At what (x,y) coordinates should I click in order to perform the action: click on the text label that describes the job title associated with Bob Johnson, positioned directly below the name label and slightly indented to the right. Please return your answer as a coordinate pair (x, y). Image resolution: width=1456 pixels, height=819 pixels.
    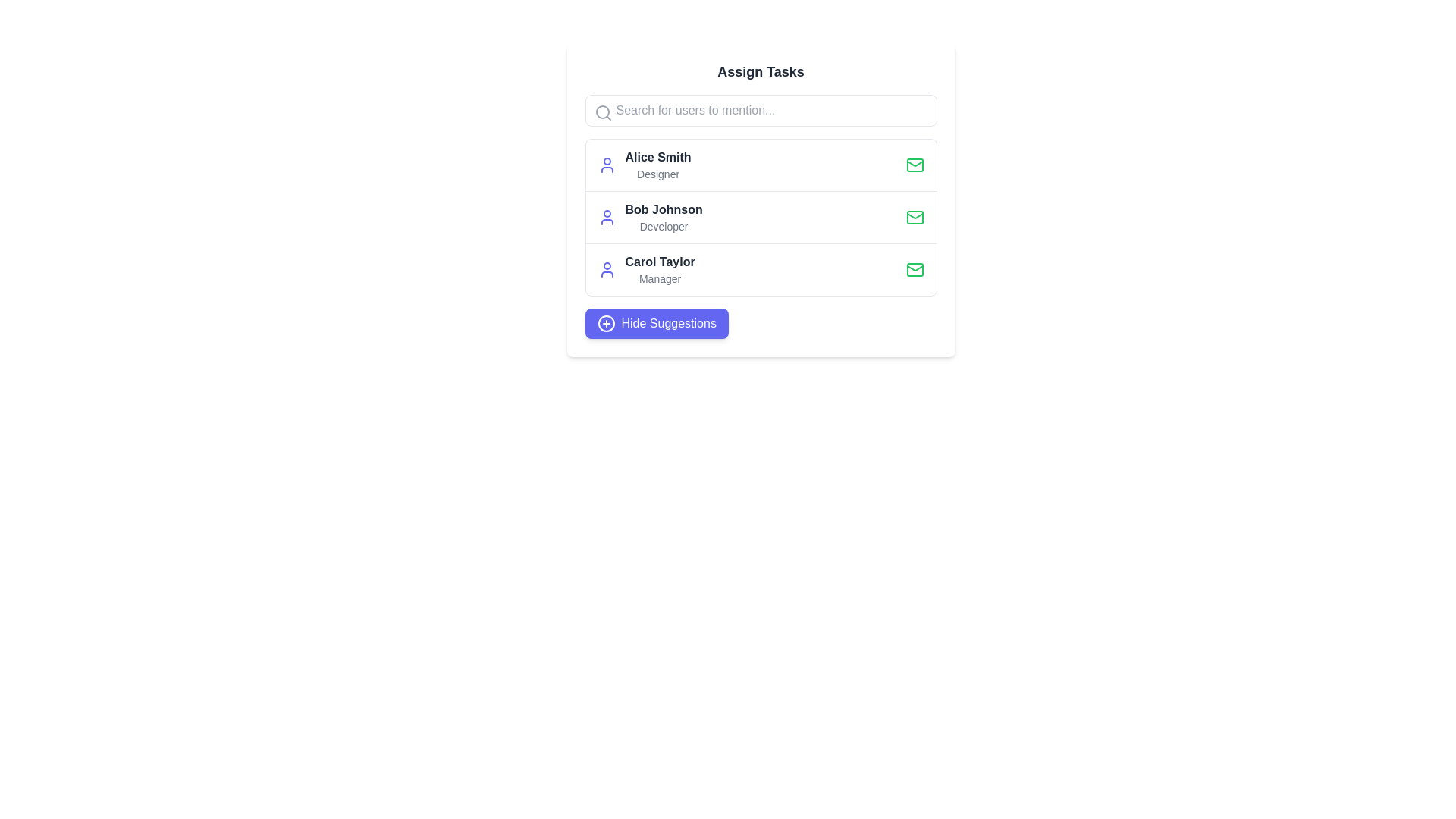
    Looking at the image, I should click on (664, 227).